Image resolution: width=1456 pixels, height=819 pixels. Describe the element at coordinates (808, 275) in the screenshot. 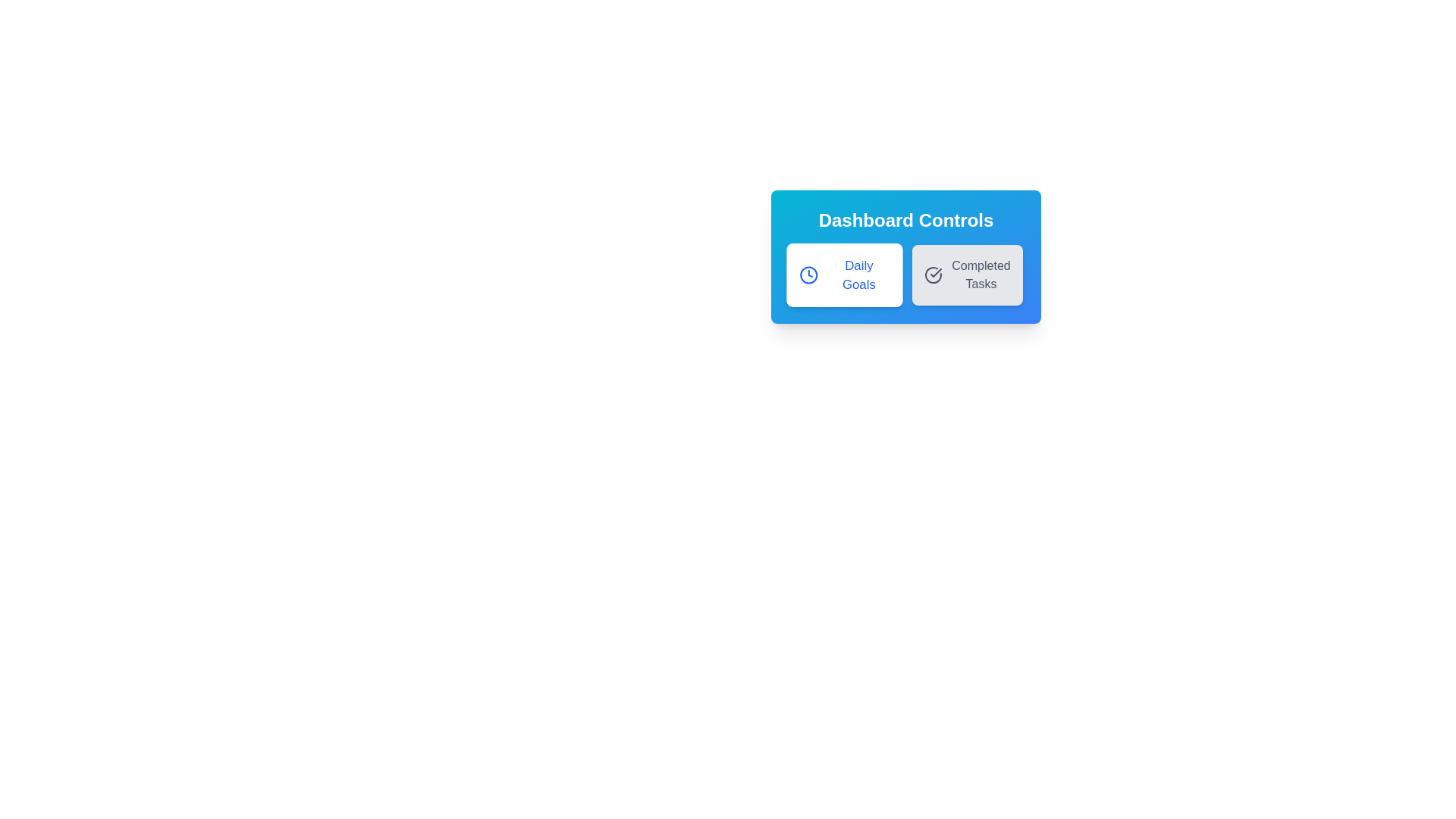

I see `the circular clock icon with blue lines and a white background, located to the left of the 'Daily Goals' text` at that location.